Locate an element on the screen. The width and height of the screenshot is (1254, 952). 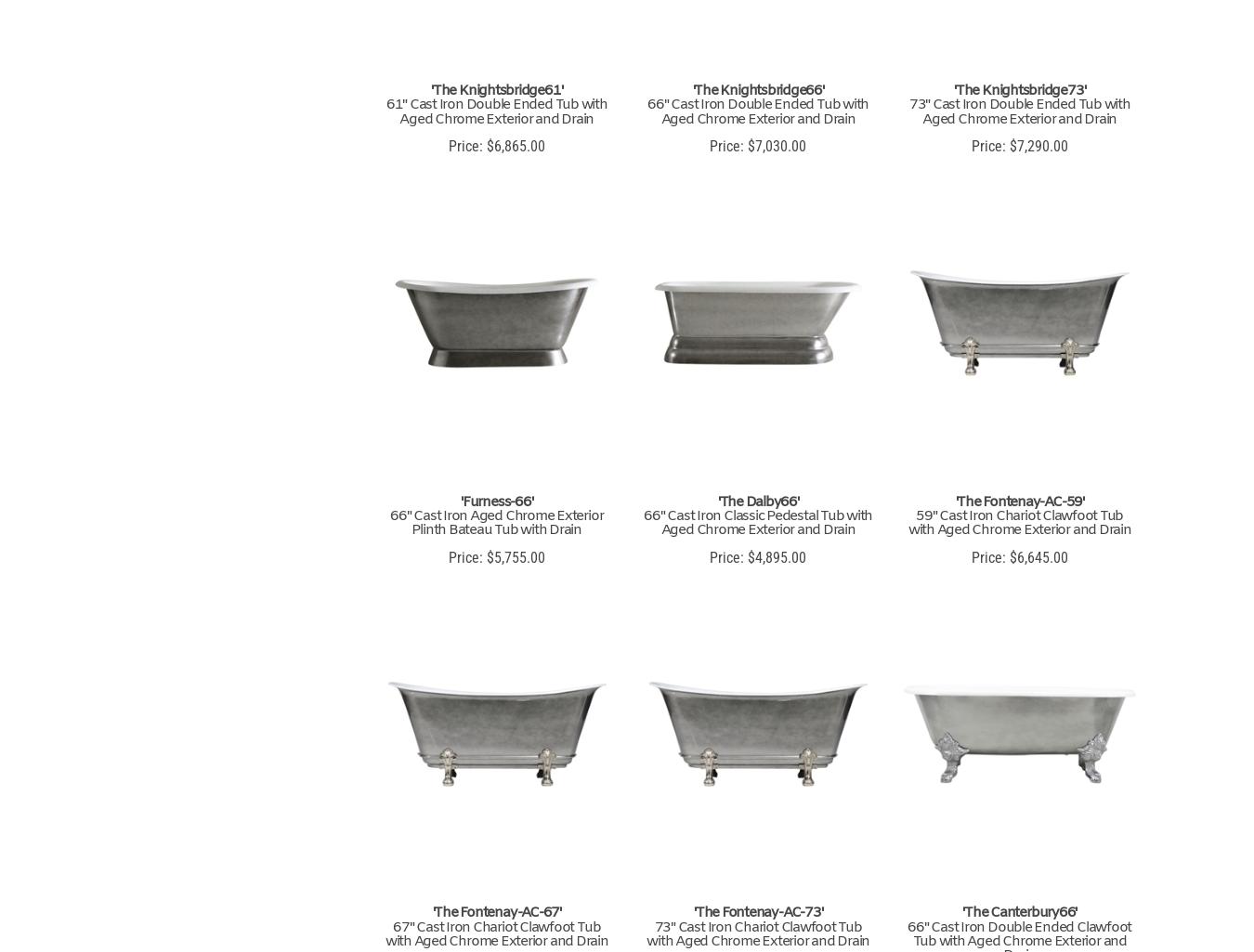
'$7,290.00' is located at coordinates (1036, 145).